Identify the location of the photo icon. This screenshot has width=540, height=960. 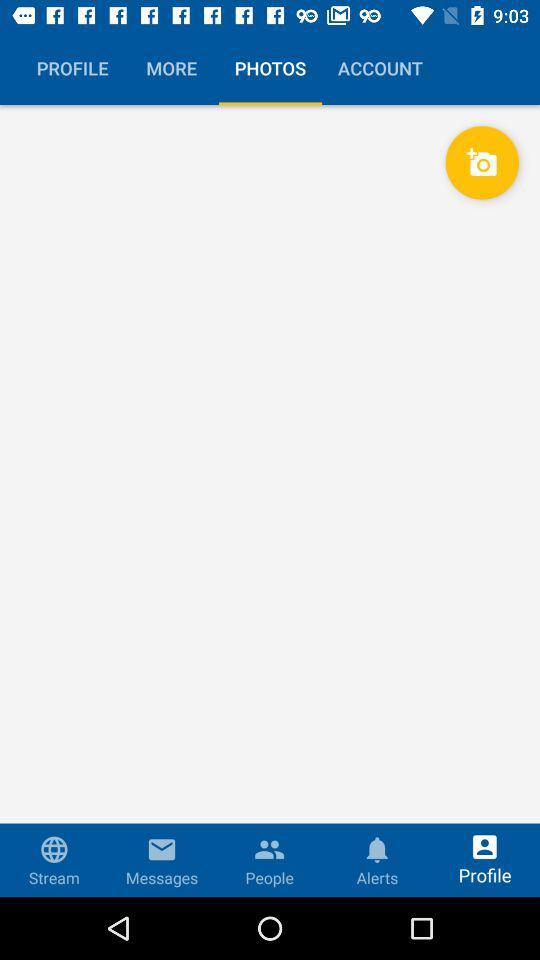
(481, 161).